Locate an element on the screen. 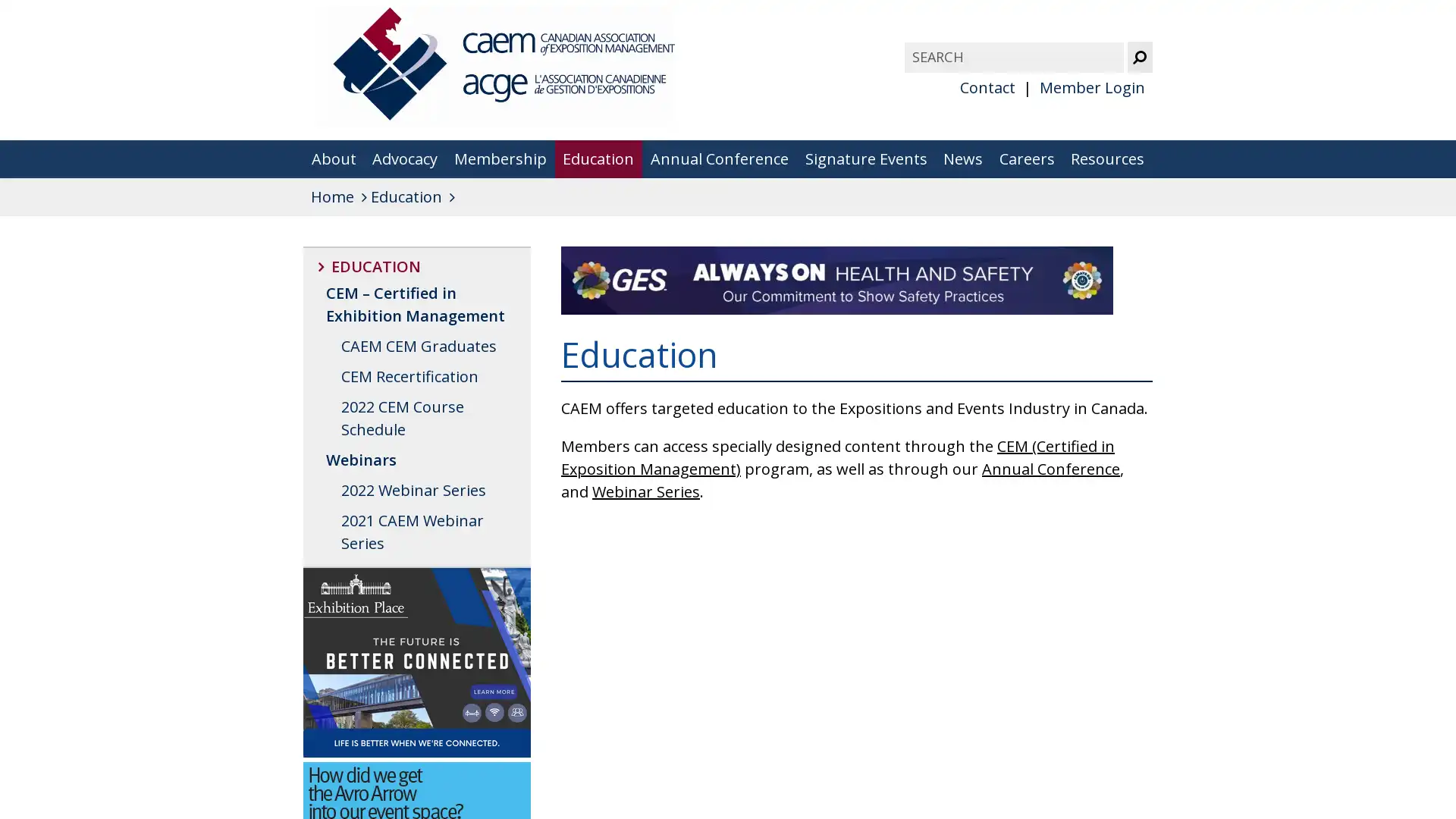 The image size is (1456, 819). Submit is located at coordinates (1139, 55).